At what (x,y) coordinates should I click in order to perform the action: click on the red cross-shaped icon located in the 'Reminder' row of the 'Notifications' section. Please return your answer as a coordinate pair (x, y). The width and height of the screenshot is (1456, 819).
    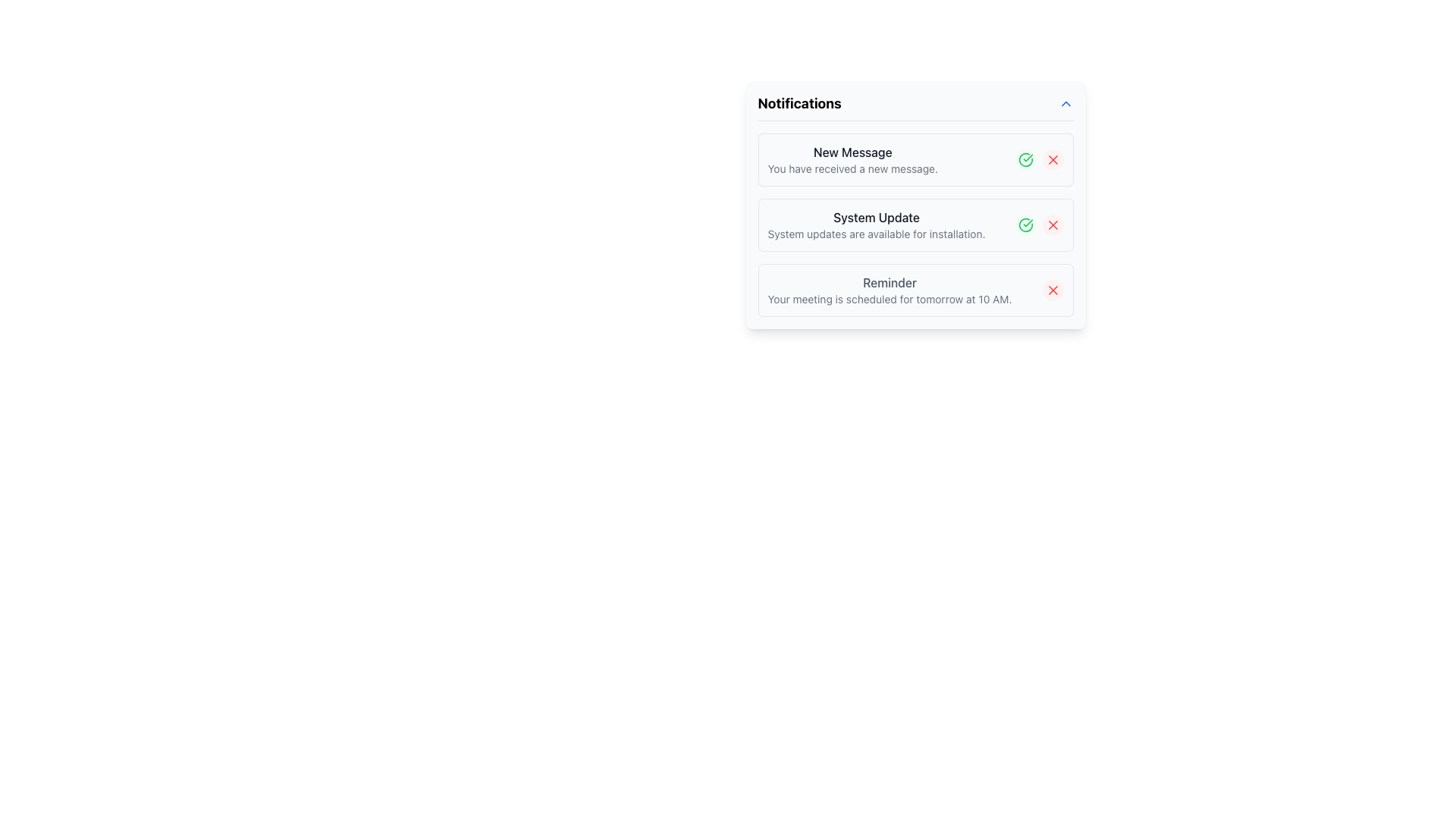
    Looking at the image, I should click on (1052, 290).